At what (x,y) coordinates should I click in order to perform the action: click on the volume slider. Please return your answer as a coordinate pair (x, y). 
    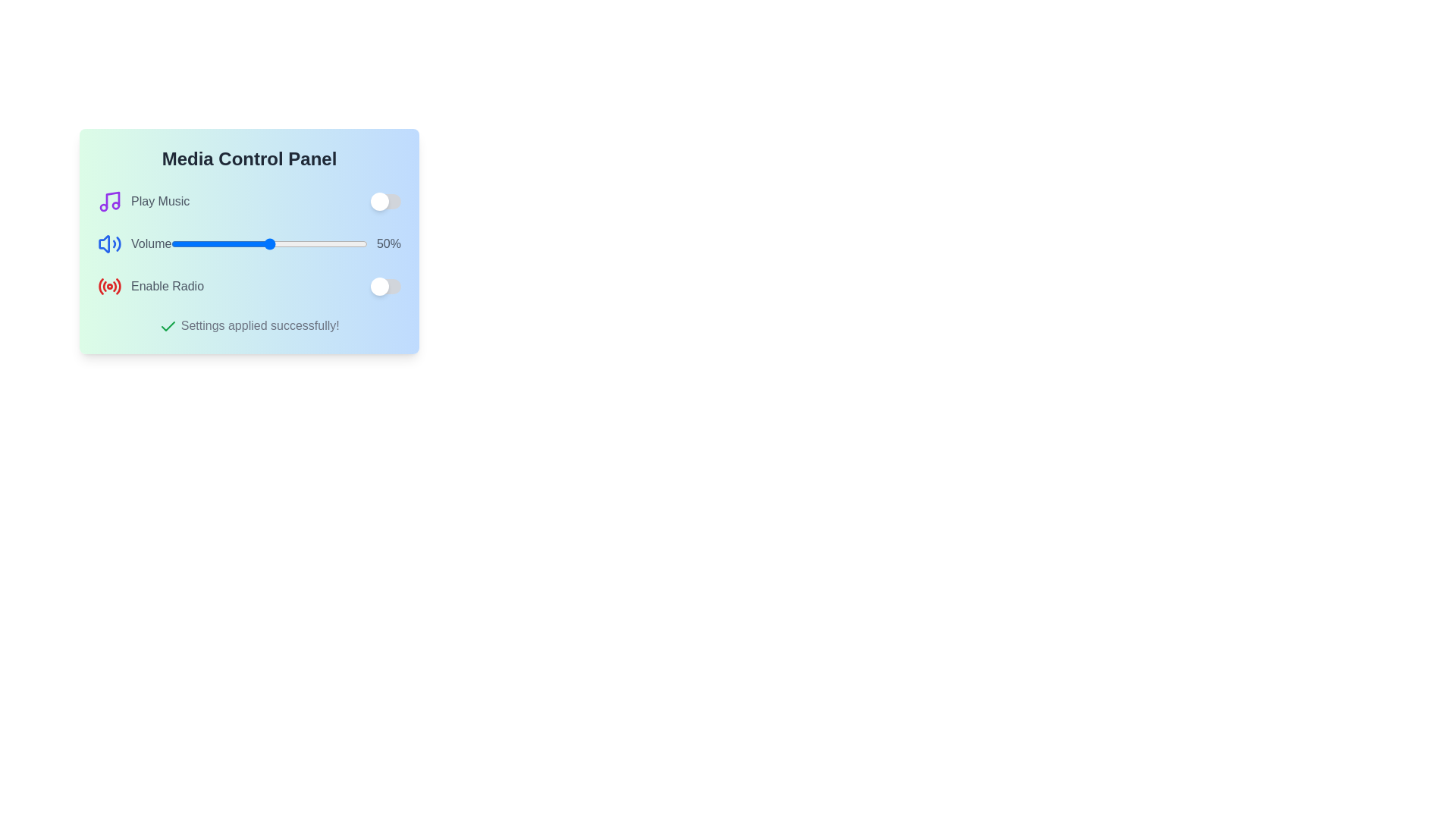
    Looking at the image, I should click on (173, 243).